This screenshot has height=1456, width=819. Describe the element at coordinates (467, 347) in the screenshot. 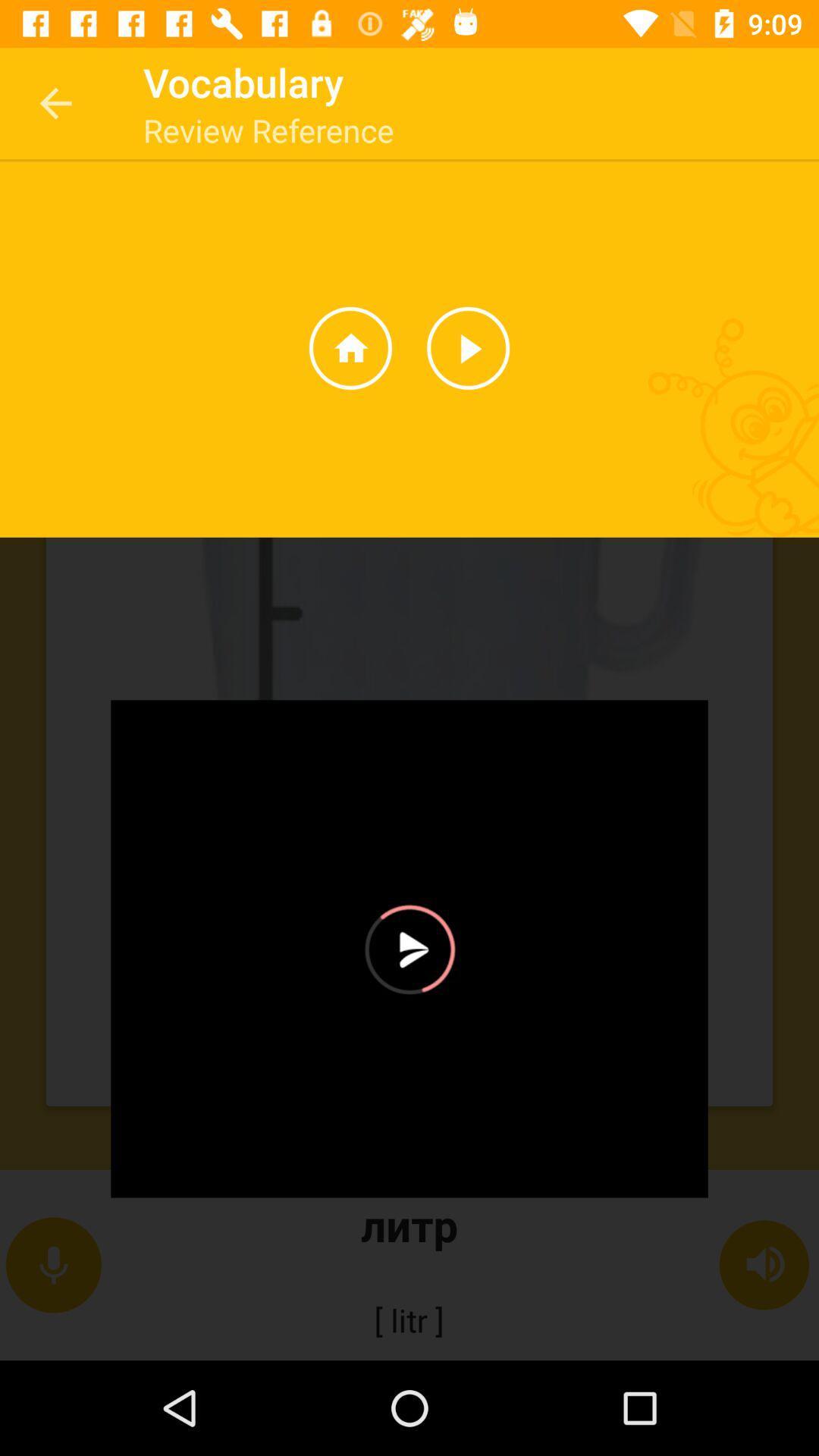

I see `the second icon which is under the text review references` at that location.